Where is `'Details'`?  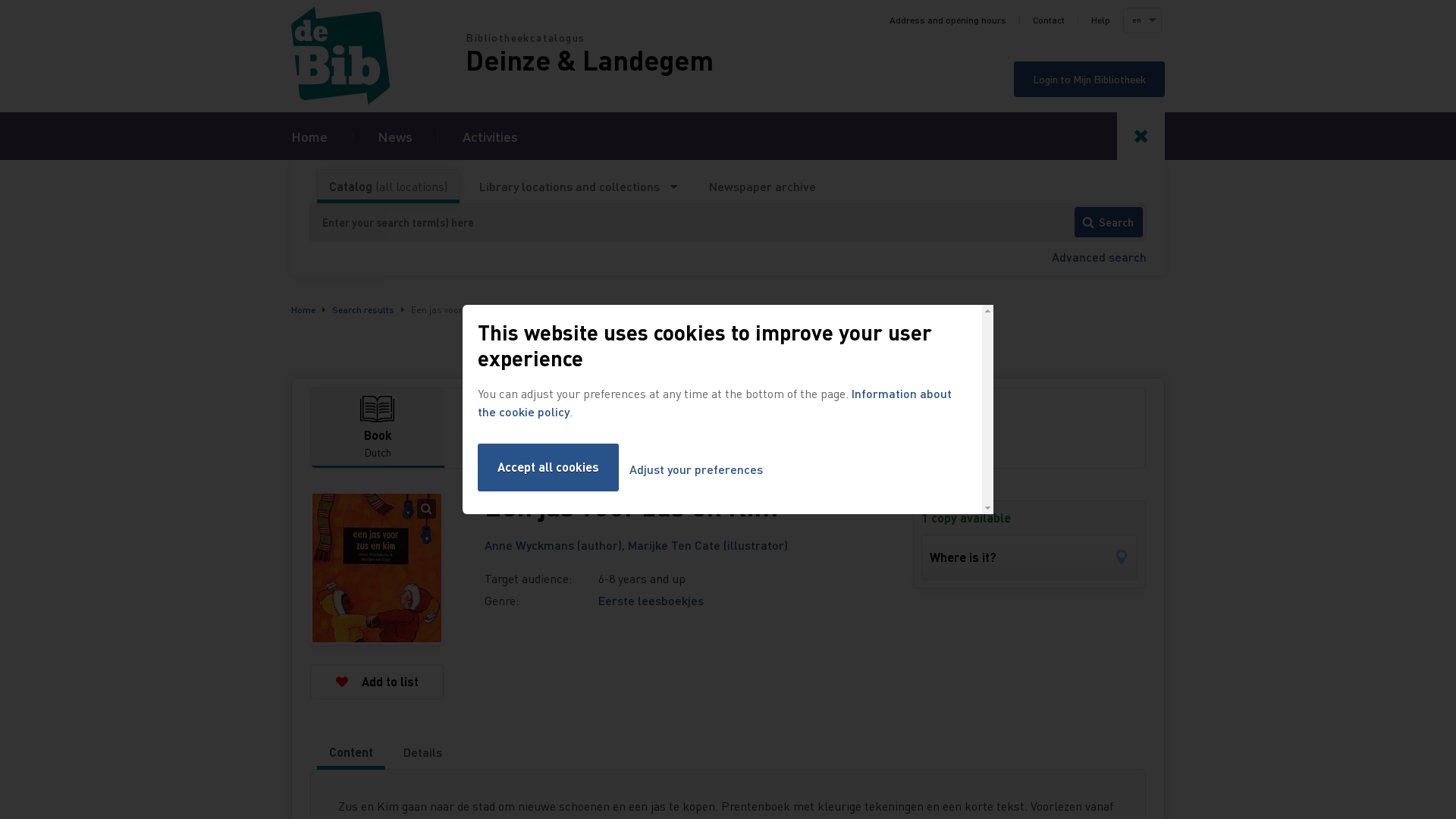
'Details' is located at coordinates (422, 752).